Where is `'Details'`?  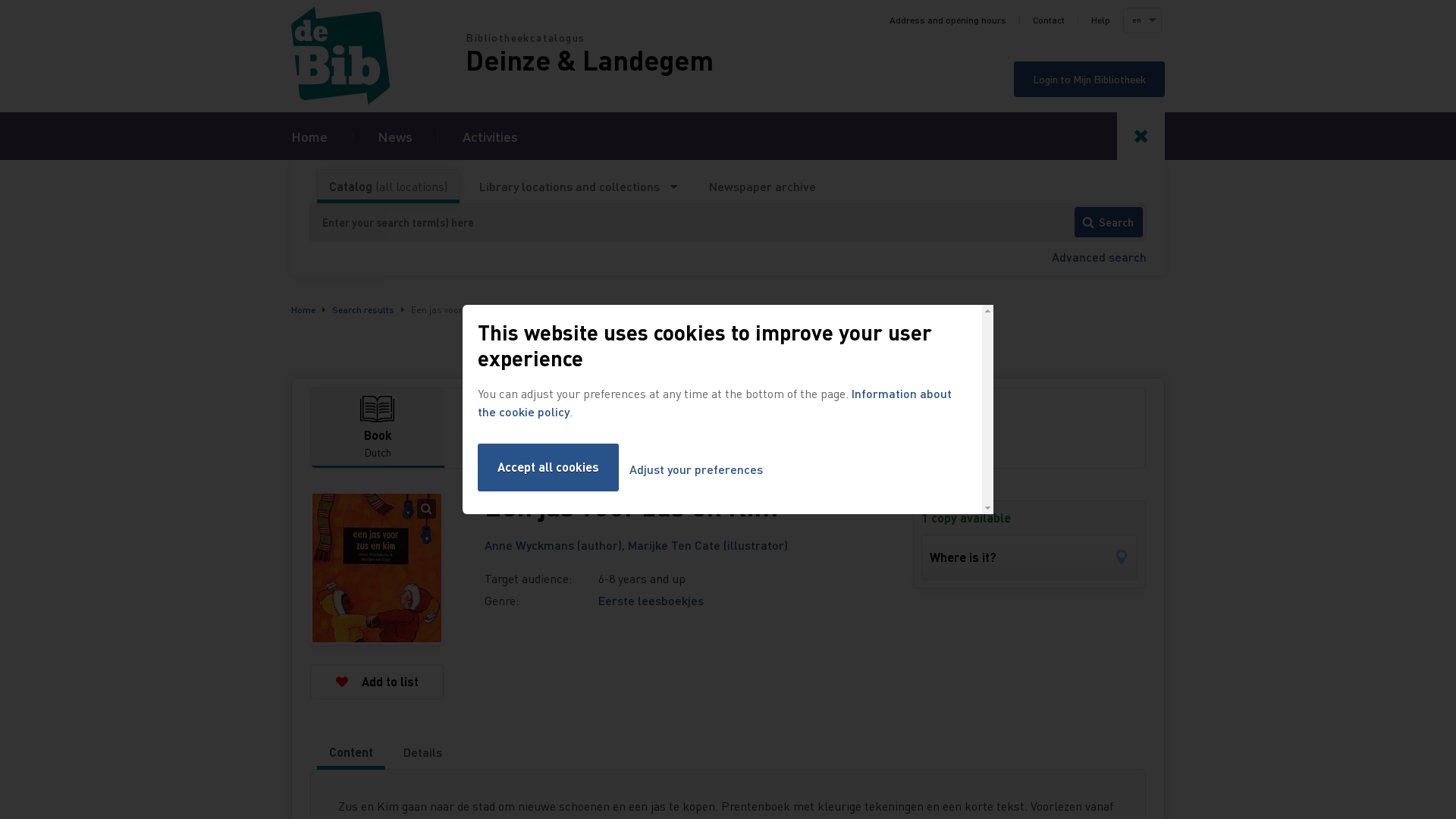
'Details' is located at coordinates (422, 752).